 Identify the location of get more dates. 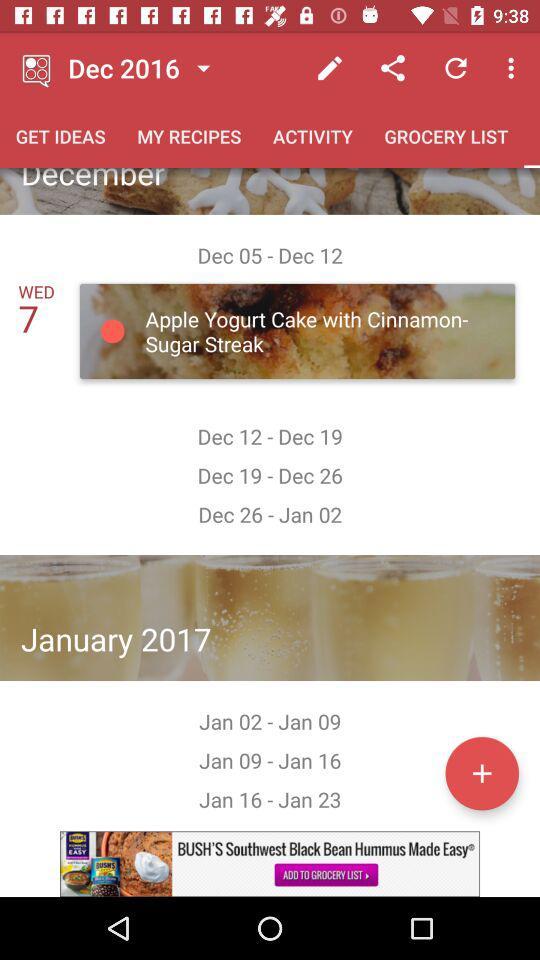
(481, 772).